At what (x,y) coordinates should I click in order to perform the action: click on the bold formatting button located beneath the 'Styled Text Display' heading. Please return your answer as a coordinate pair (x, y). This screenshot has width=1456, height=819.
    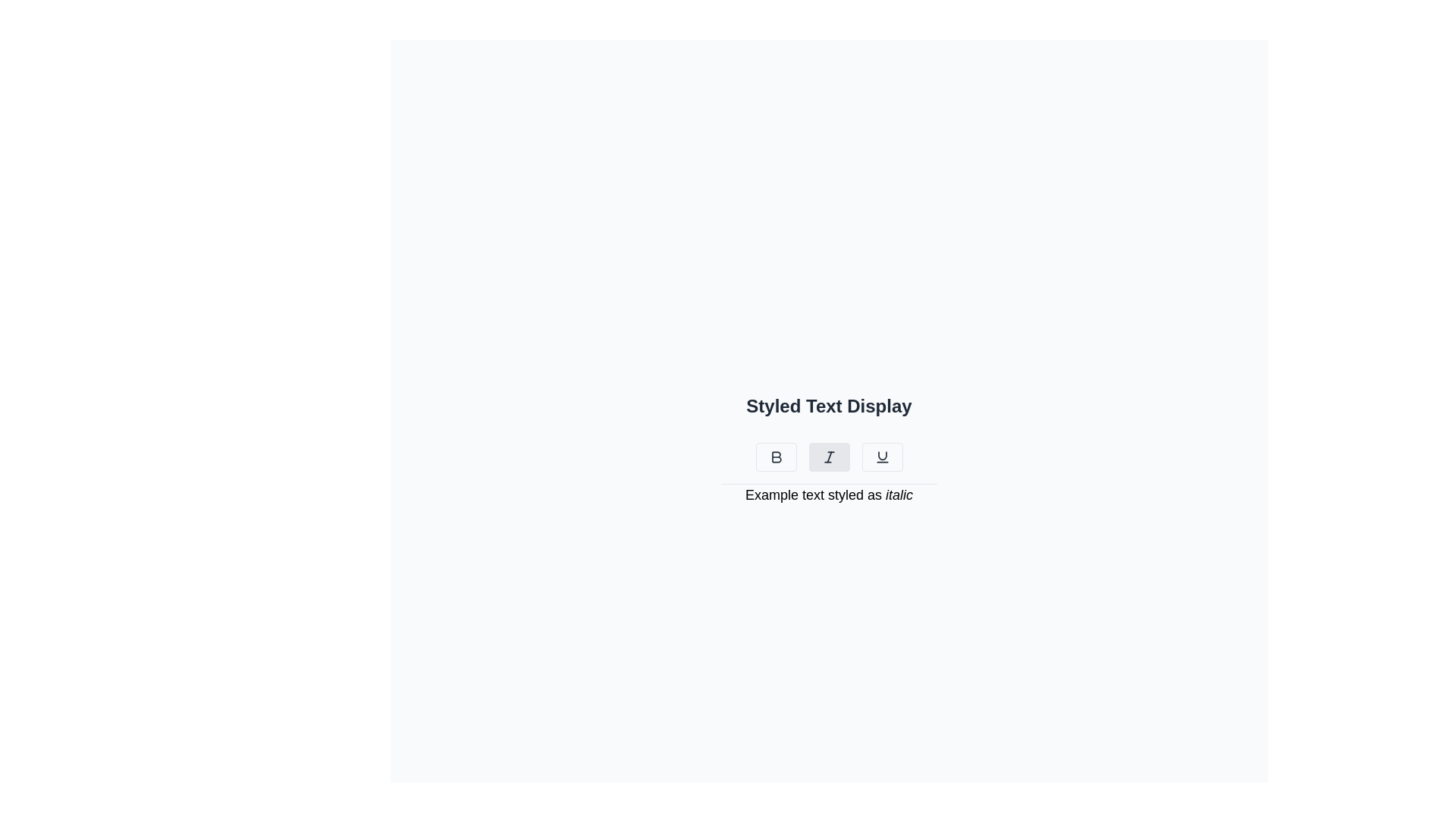
    Looking at the image, I should click on (776, 456).